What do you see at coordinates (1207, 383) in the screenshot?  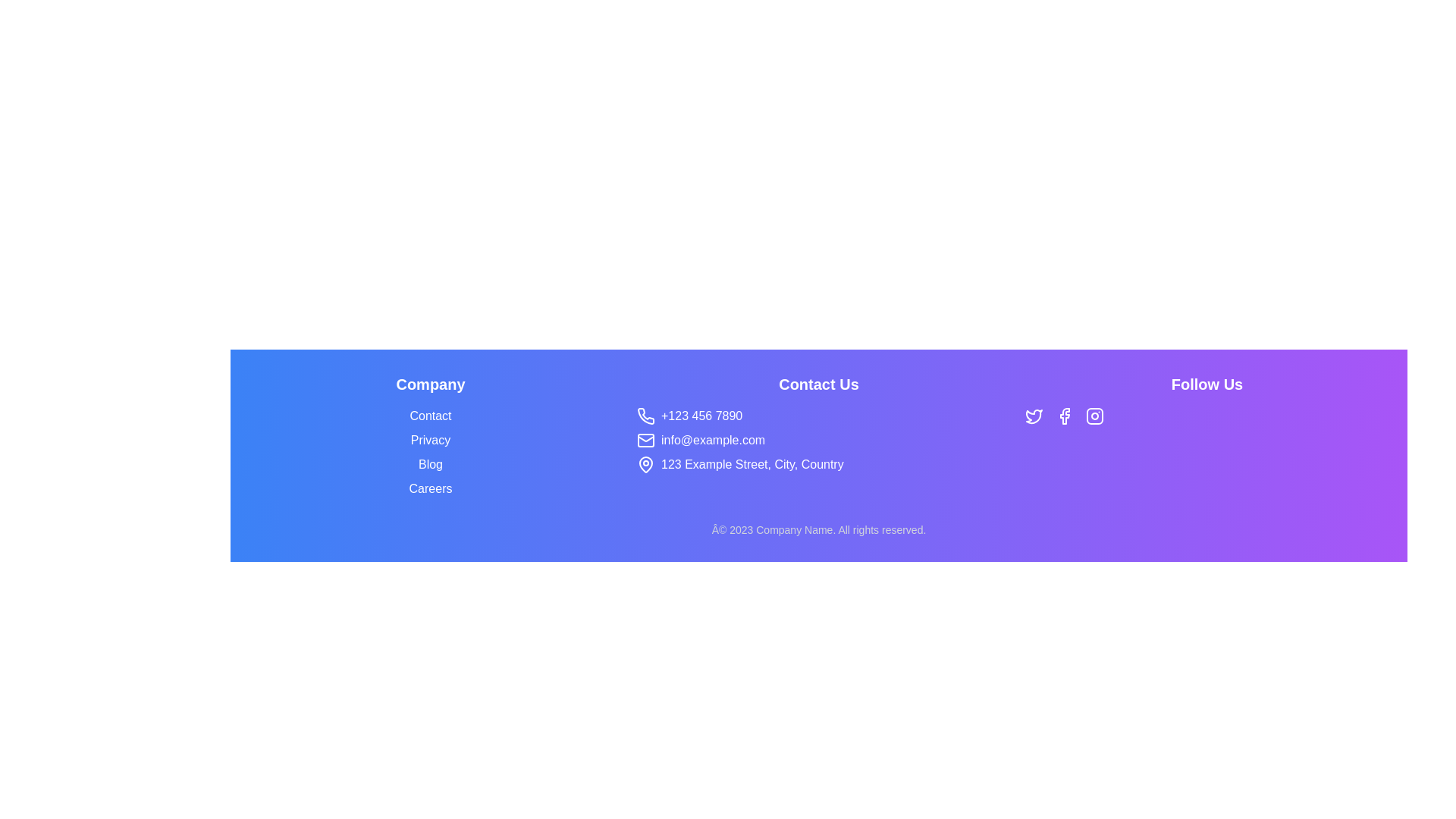 I see `the text label indicating social media links at the top-right of the footer section` at bounding box center [1207, 383].